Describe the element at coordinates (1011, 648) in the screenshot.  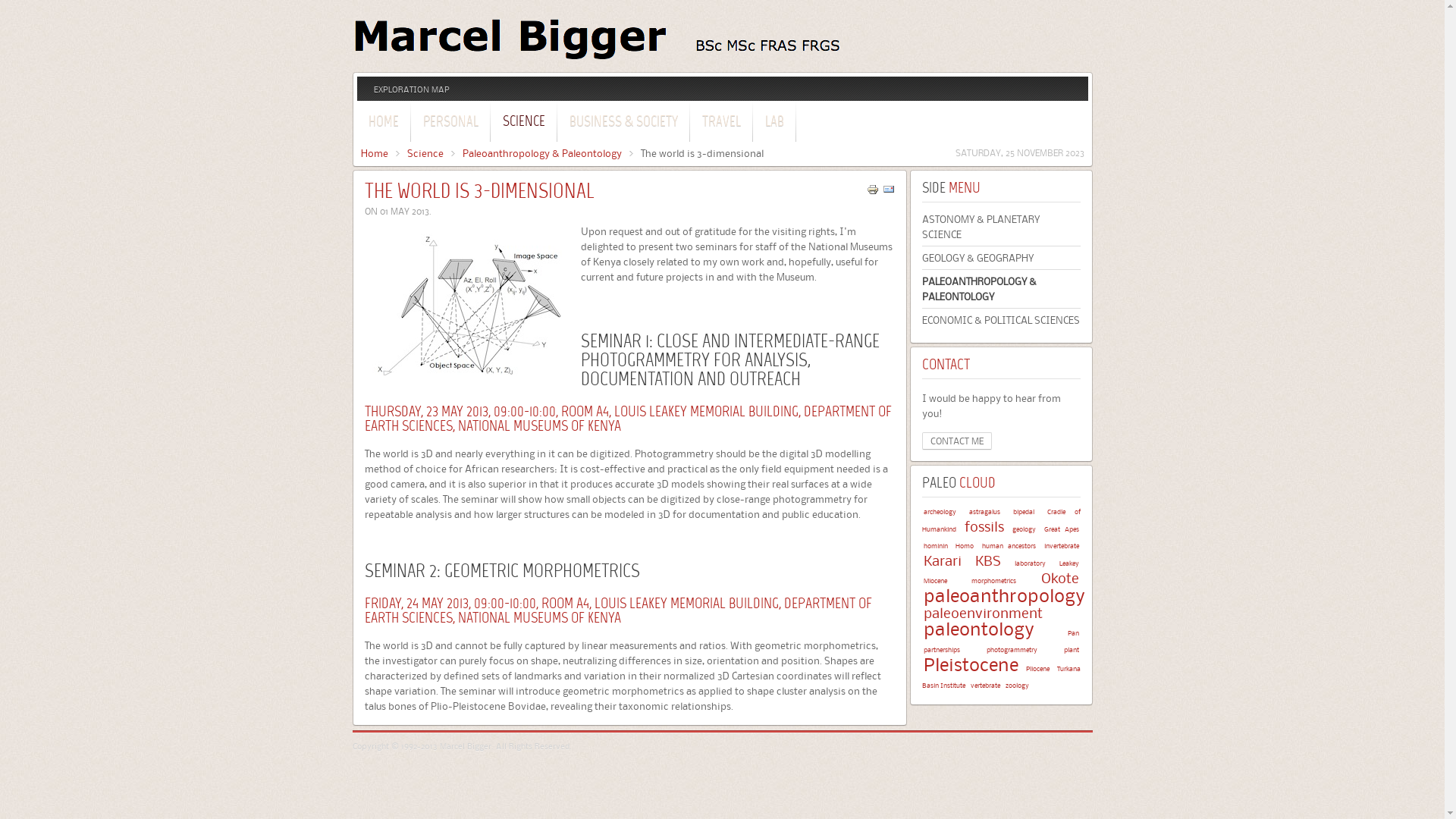
I see `'photogrammetry'` at that location.